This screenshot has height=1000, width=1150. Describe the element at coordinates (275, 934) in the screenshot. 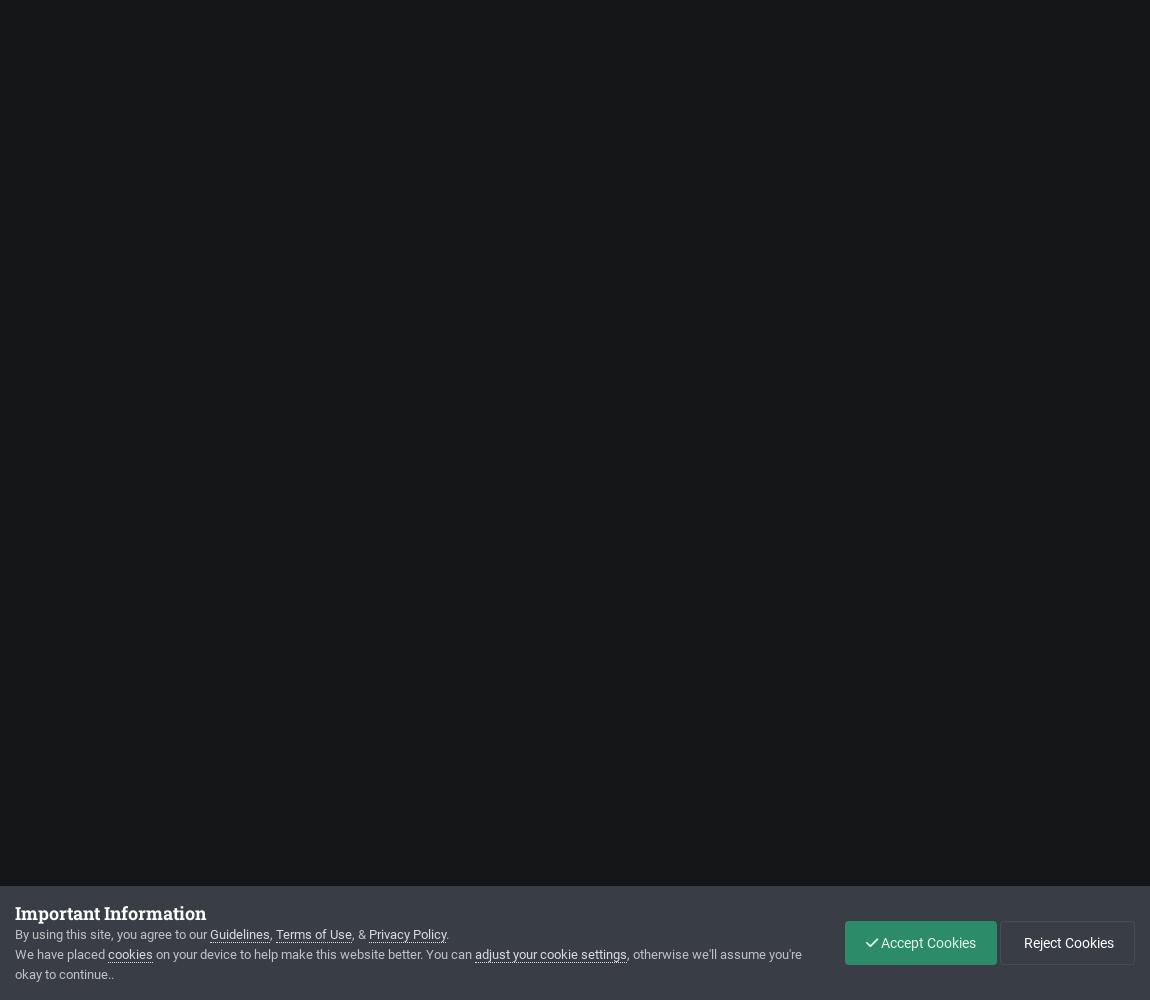

I see `'Terms of Use'` at that location.